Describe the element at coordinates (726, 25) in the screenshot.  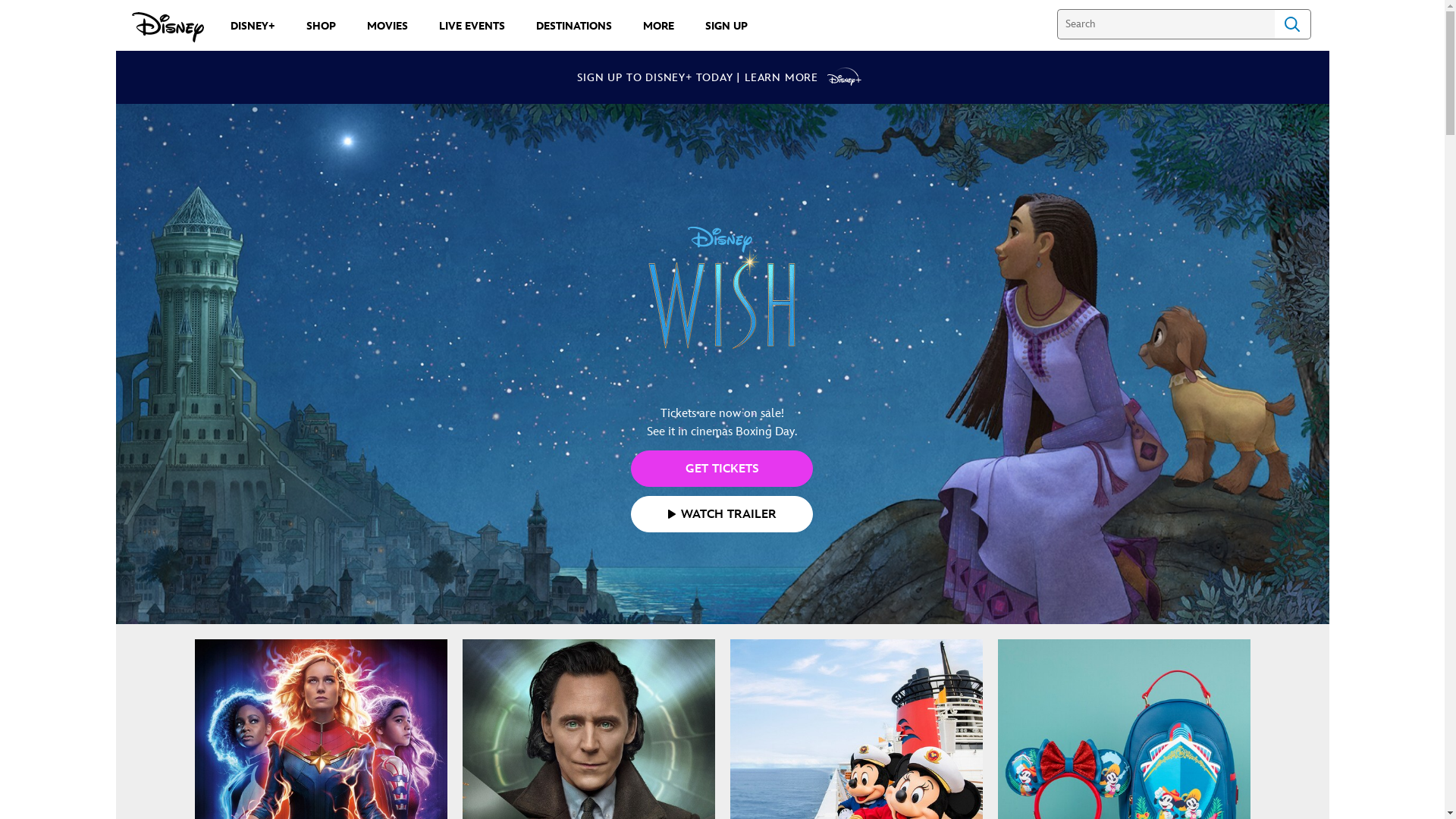
I see `'SIGN UP'` at that location.